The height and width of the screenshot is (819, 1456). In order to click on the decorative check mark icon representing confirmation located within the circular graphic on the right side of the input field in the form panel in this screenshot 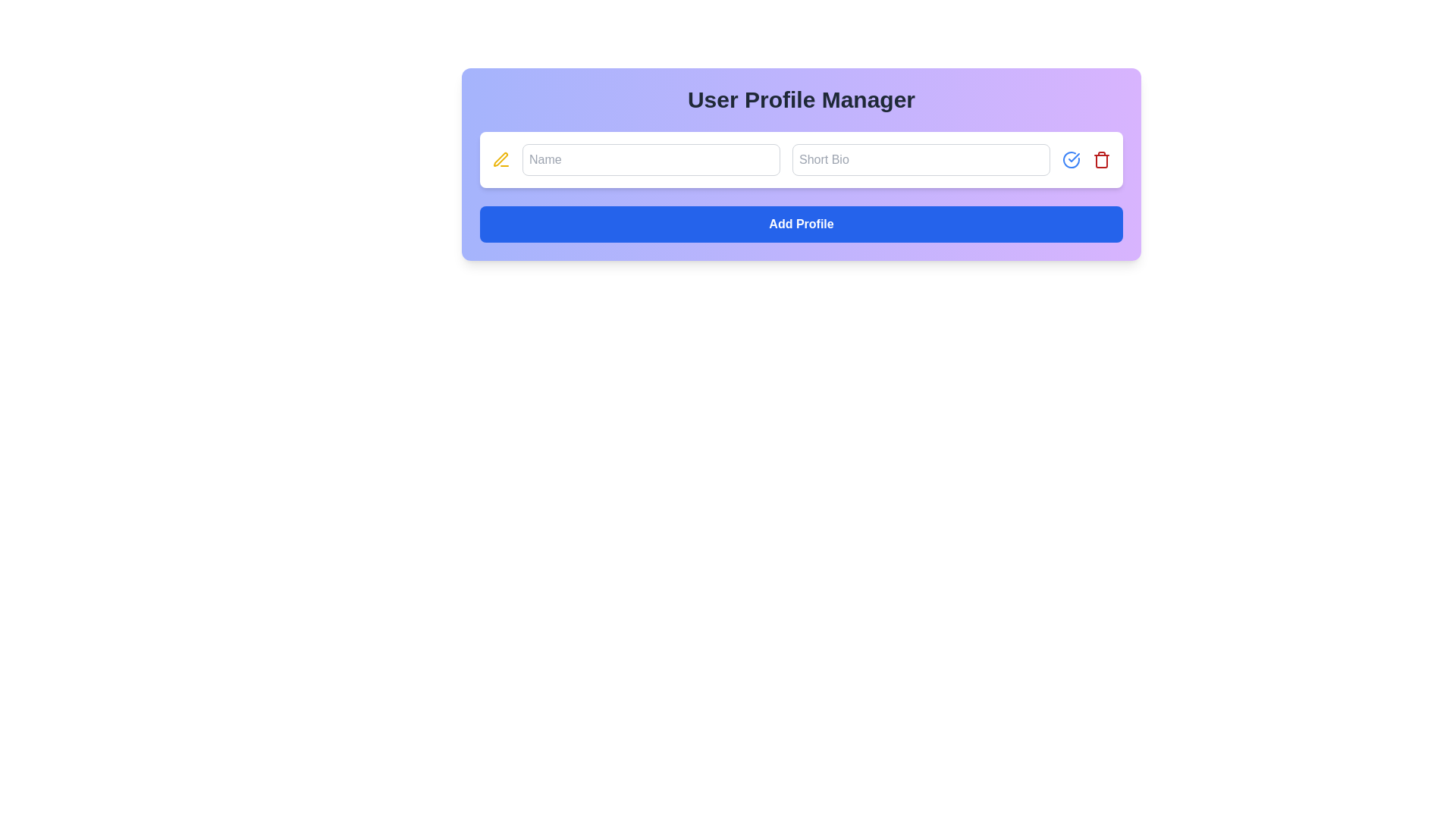, I will do `click(1073, 158)`.